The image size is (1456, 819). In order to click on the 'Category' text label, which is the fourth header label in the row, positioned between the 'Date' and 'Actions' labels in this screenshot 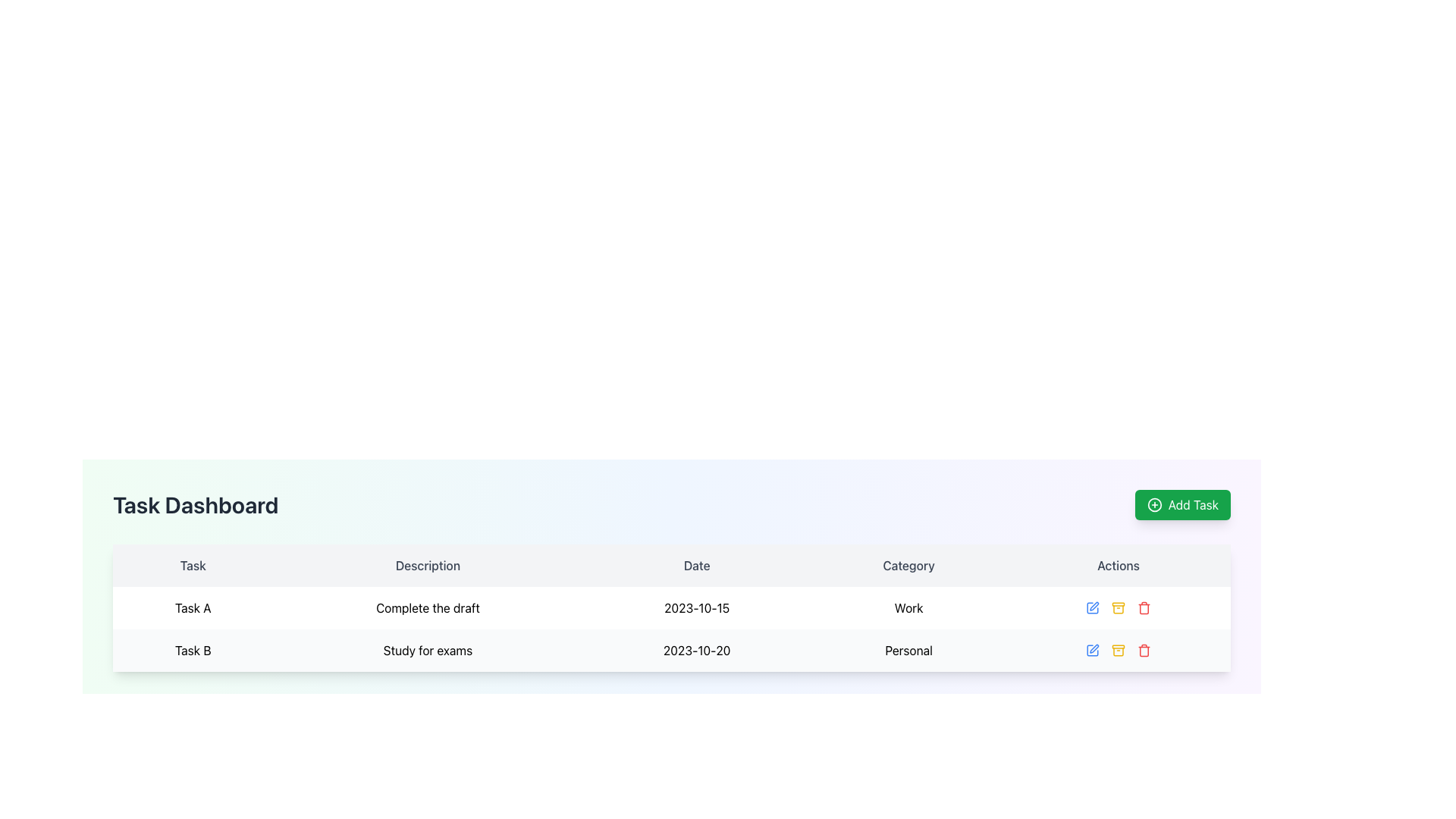, I will do `click(908, 565)`.